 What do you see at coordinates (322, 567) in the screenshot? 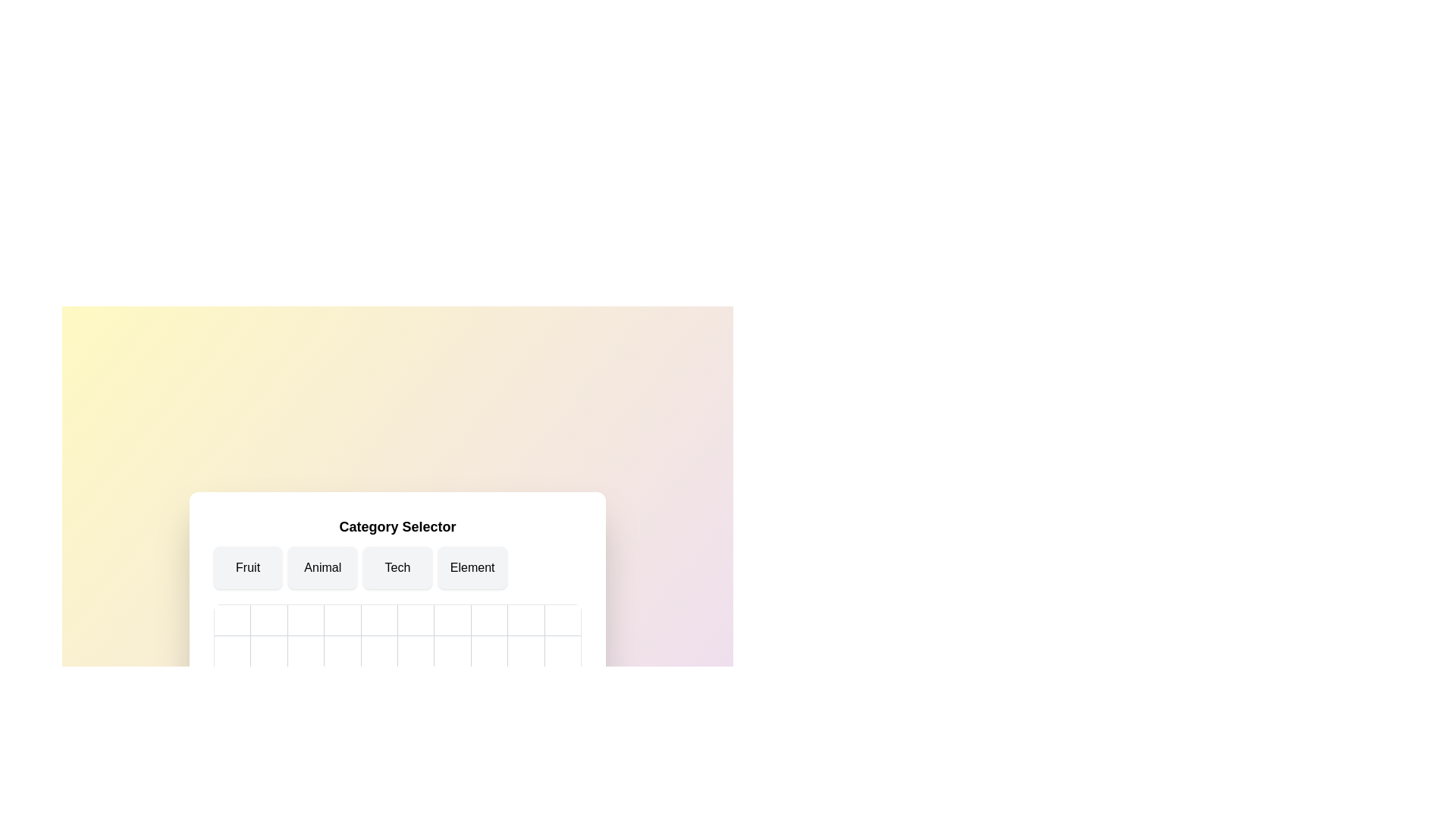
I see `the category Animal to highlight it` at bounding box center [322, 567].